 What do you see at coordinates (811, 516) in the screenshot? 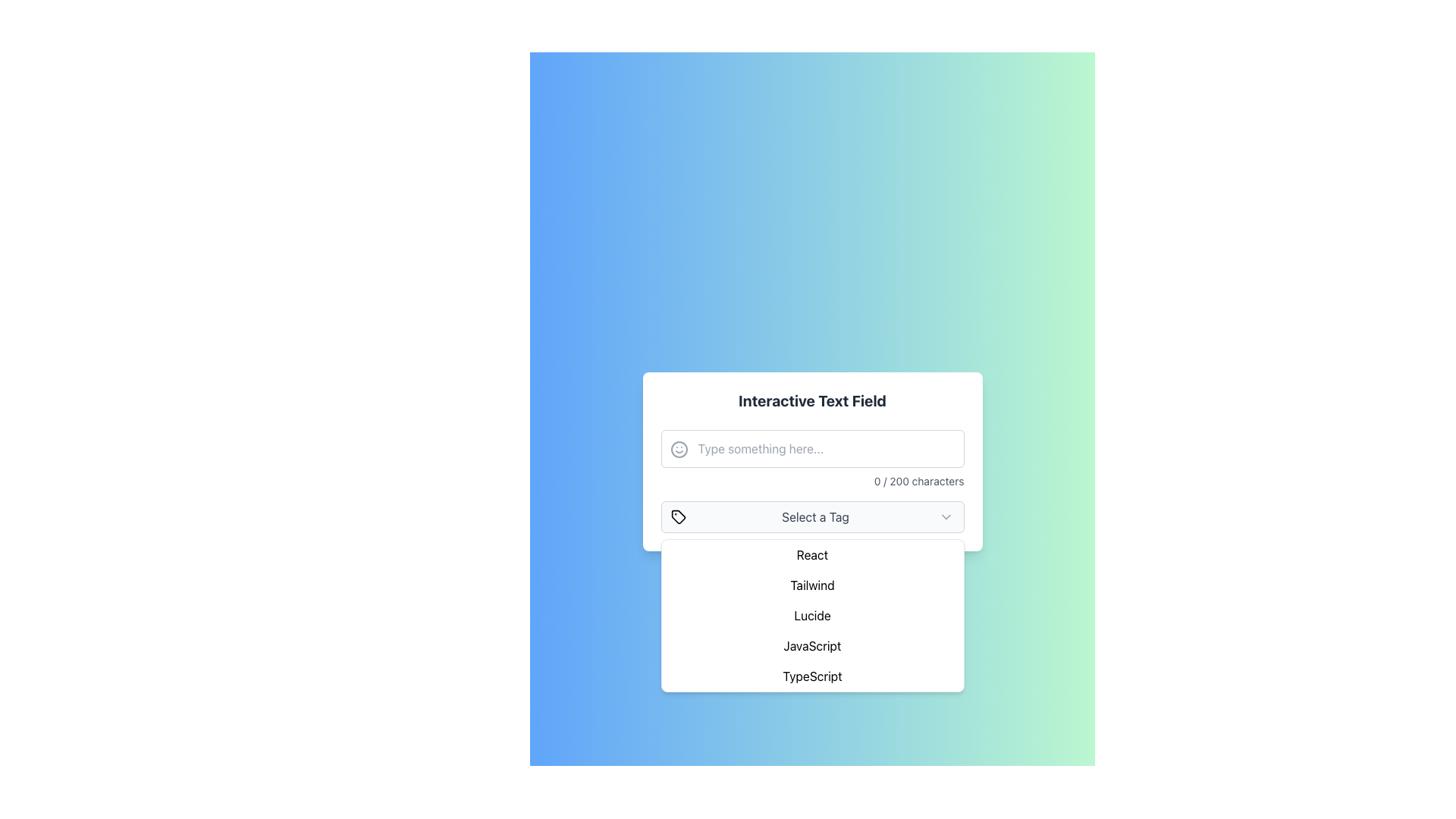
I see `the Dropdown Menu labeled 'Select a Tag'` at bounding box center [811, 516].